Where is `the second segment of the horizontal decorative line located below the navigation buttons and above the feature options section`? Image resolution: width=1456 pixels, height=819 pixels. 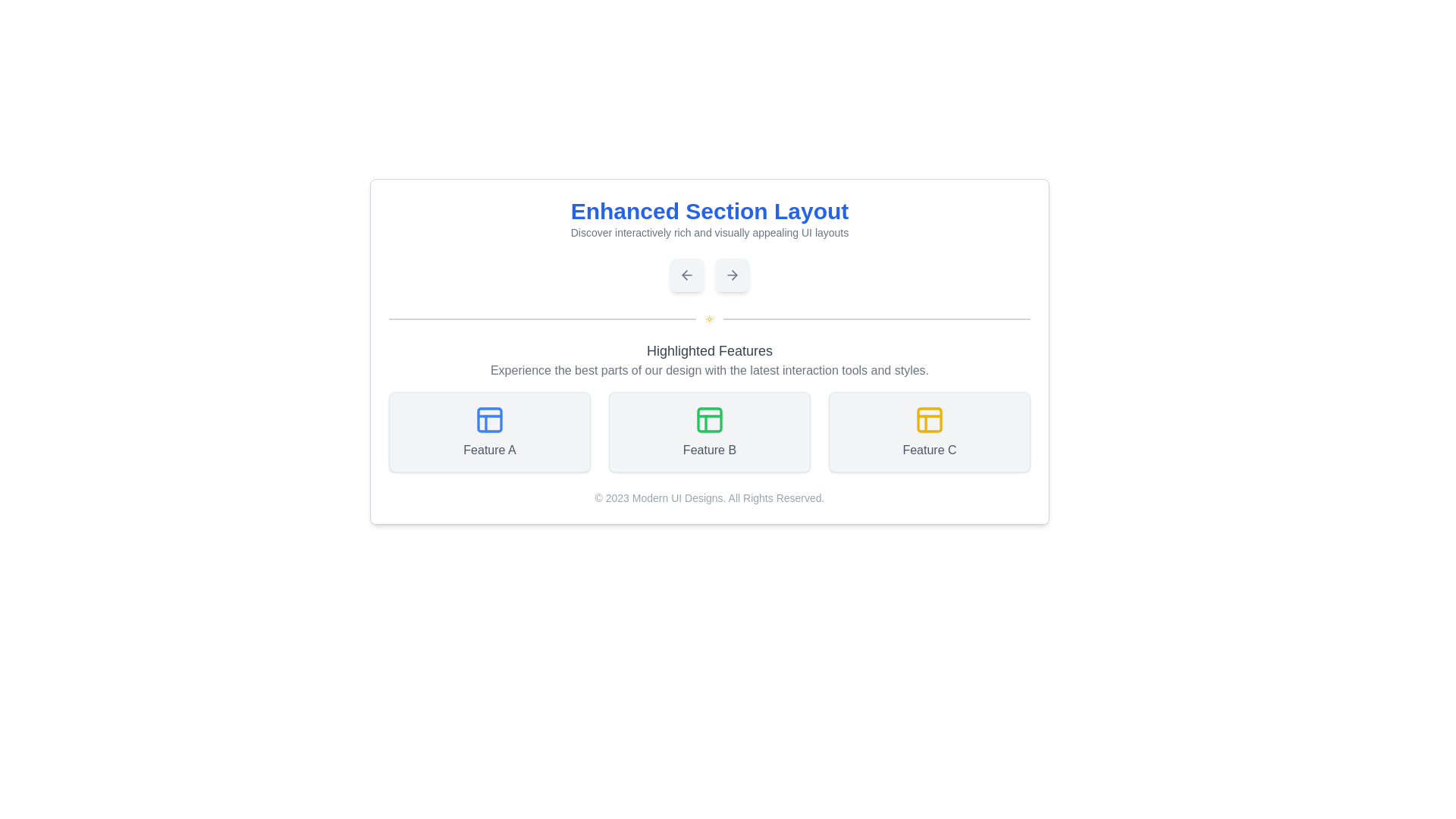 the second segment of the horizontal decorative line located below the navigation buttons and above the feature options section is located at coordinates (877, 318).